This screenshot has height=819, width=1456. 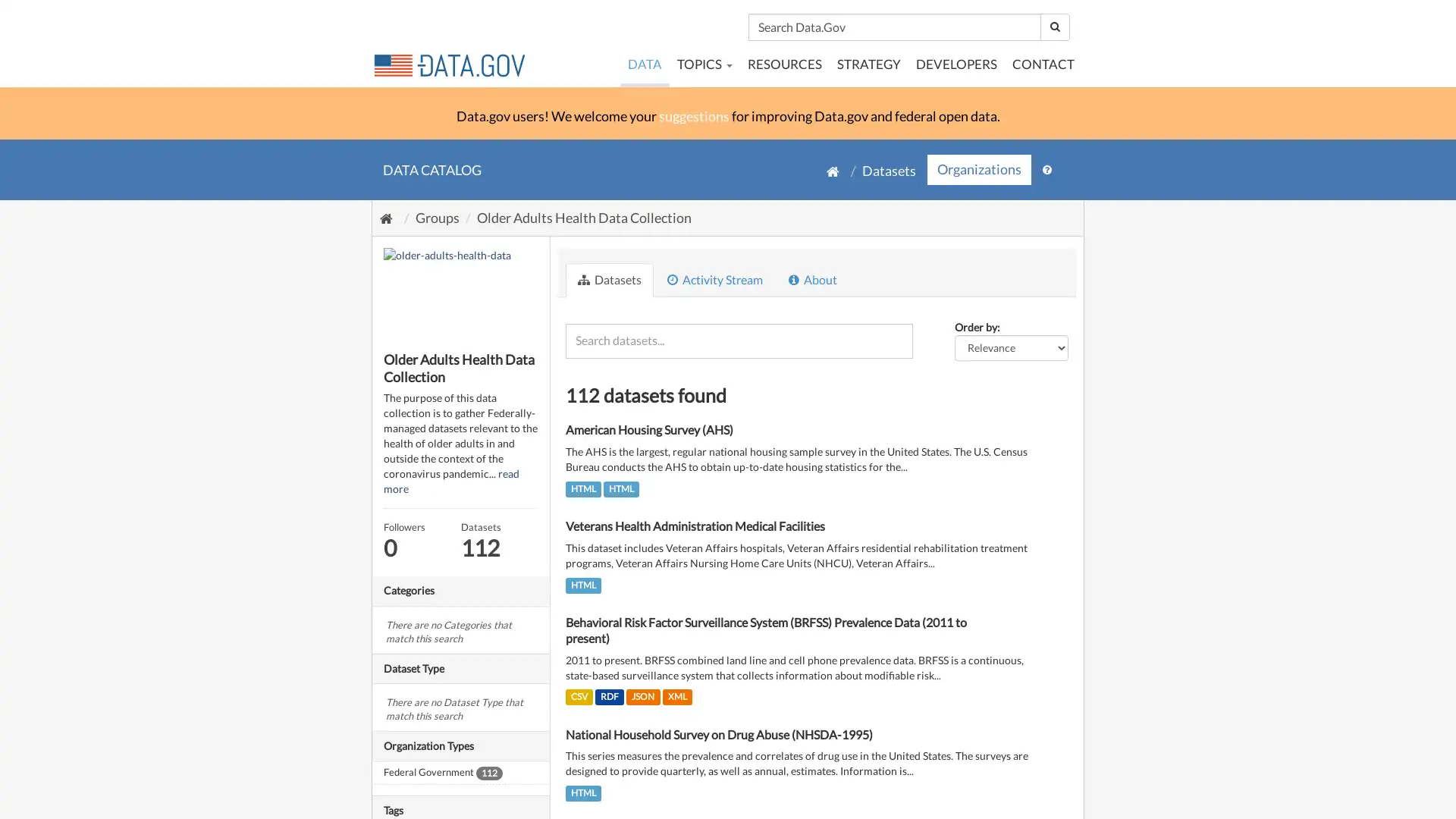 I want to click on Search, so click(x=1054, y=27).